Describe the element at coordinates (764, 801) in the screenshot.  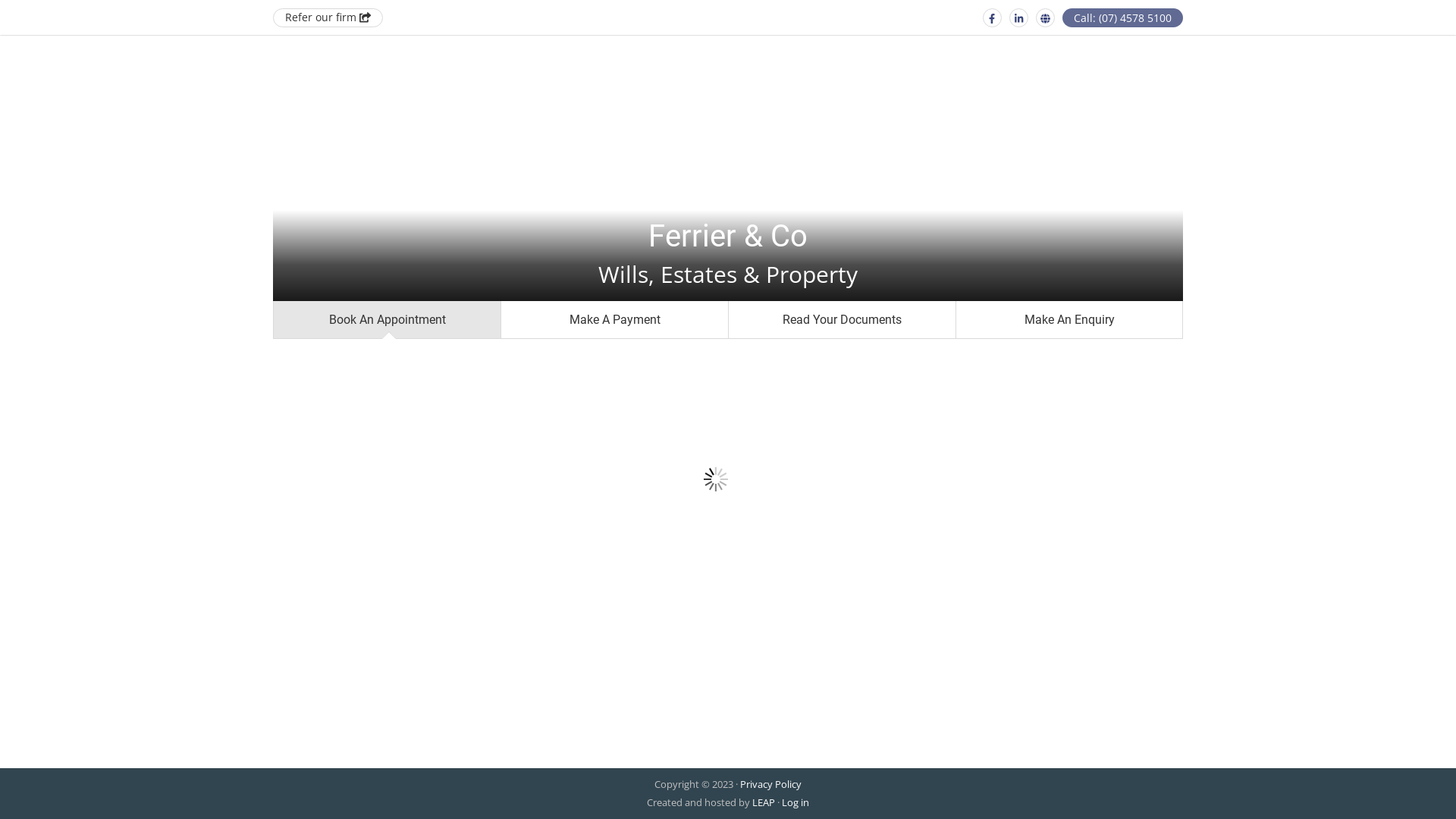
I see `'LEAP'` at that location.